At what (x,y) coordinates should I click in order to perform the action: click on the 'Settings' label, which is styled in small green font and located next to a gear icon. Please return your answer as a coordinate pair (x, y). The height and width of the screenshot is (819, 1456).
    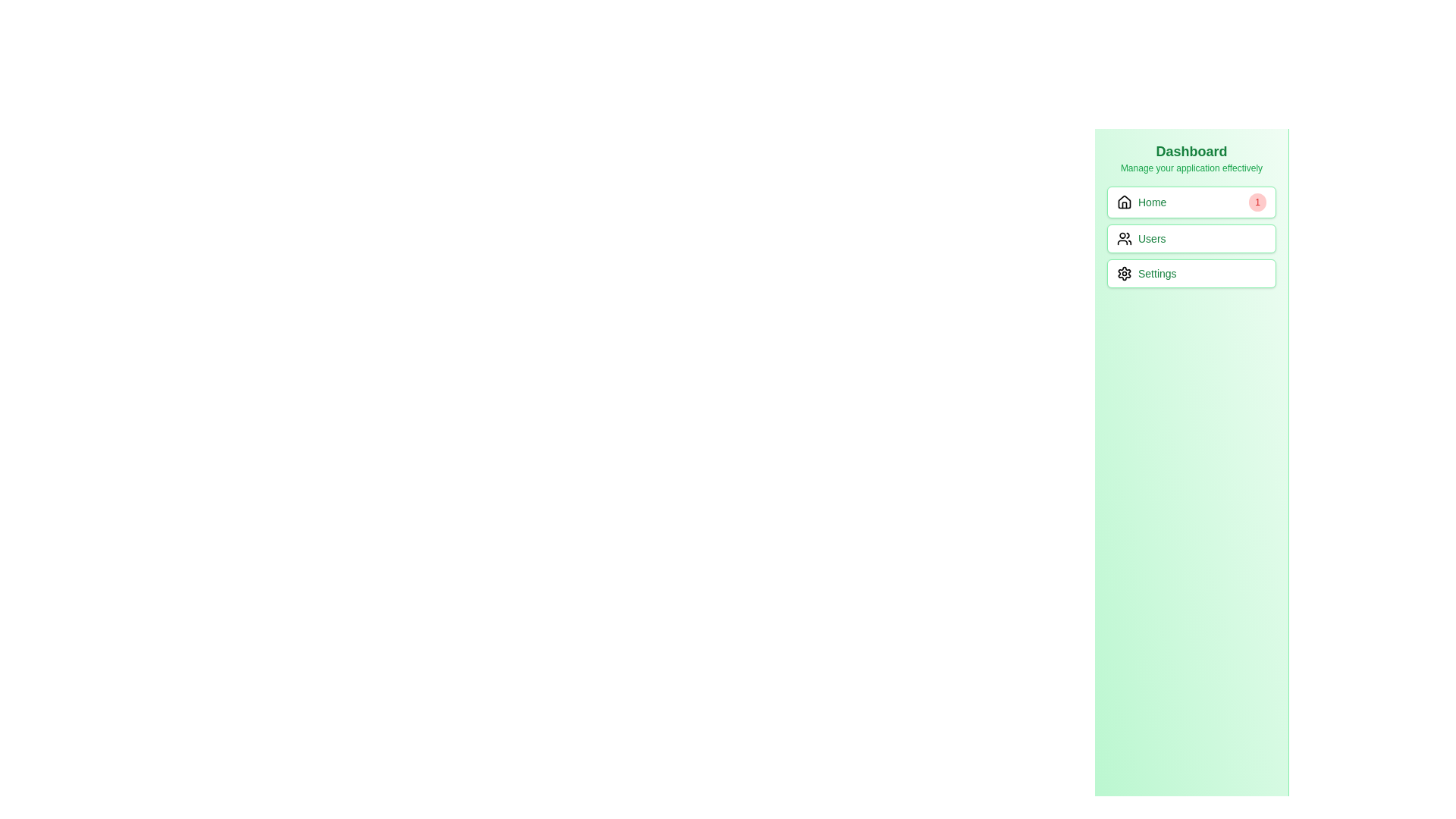
    Looking at the image, I should click on (1147, 274).